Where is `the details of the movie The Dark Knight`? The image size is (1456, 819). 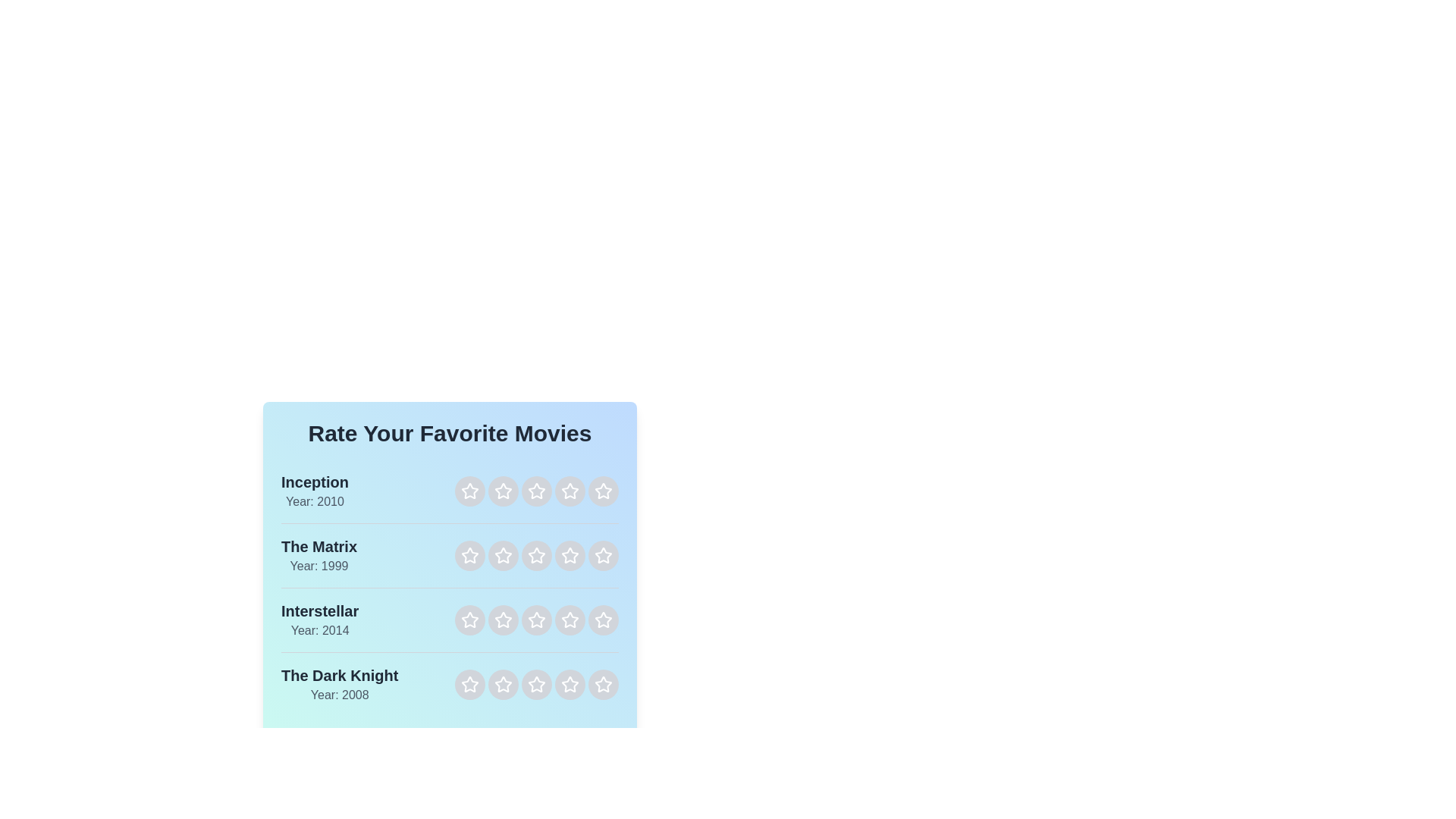
the details of the movie The Dark Knight is located at coordinates (338, 684).